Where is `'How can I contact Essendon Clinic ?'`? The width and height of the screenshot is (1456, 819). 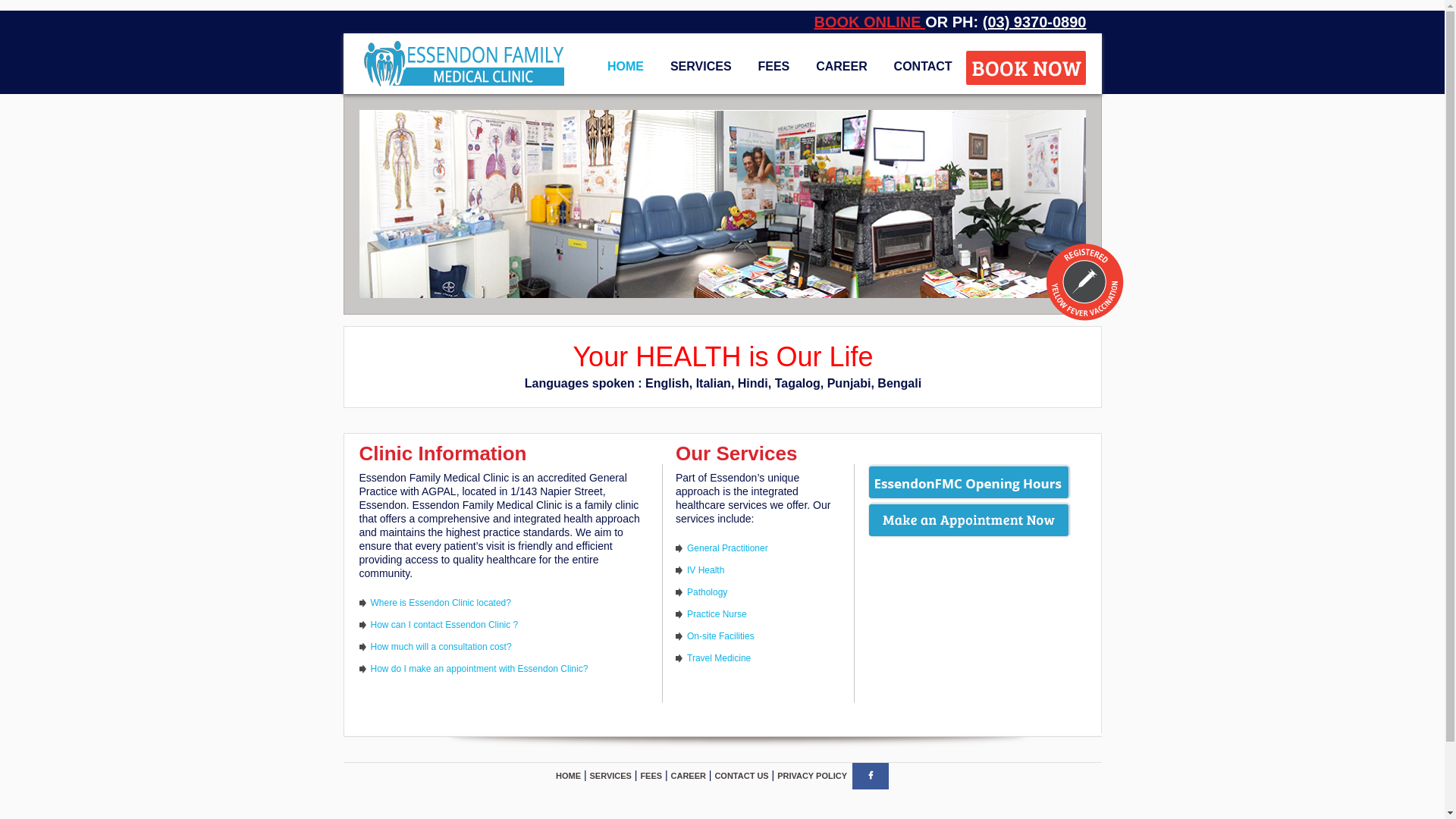 'How can I contact Essendon Clinic ?' is located at coordinates (443, 625).